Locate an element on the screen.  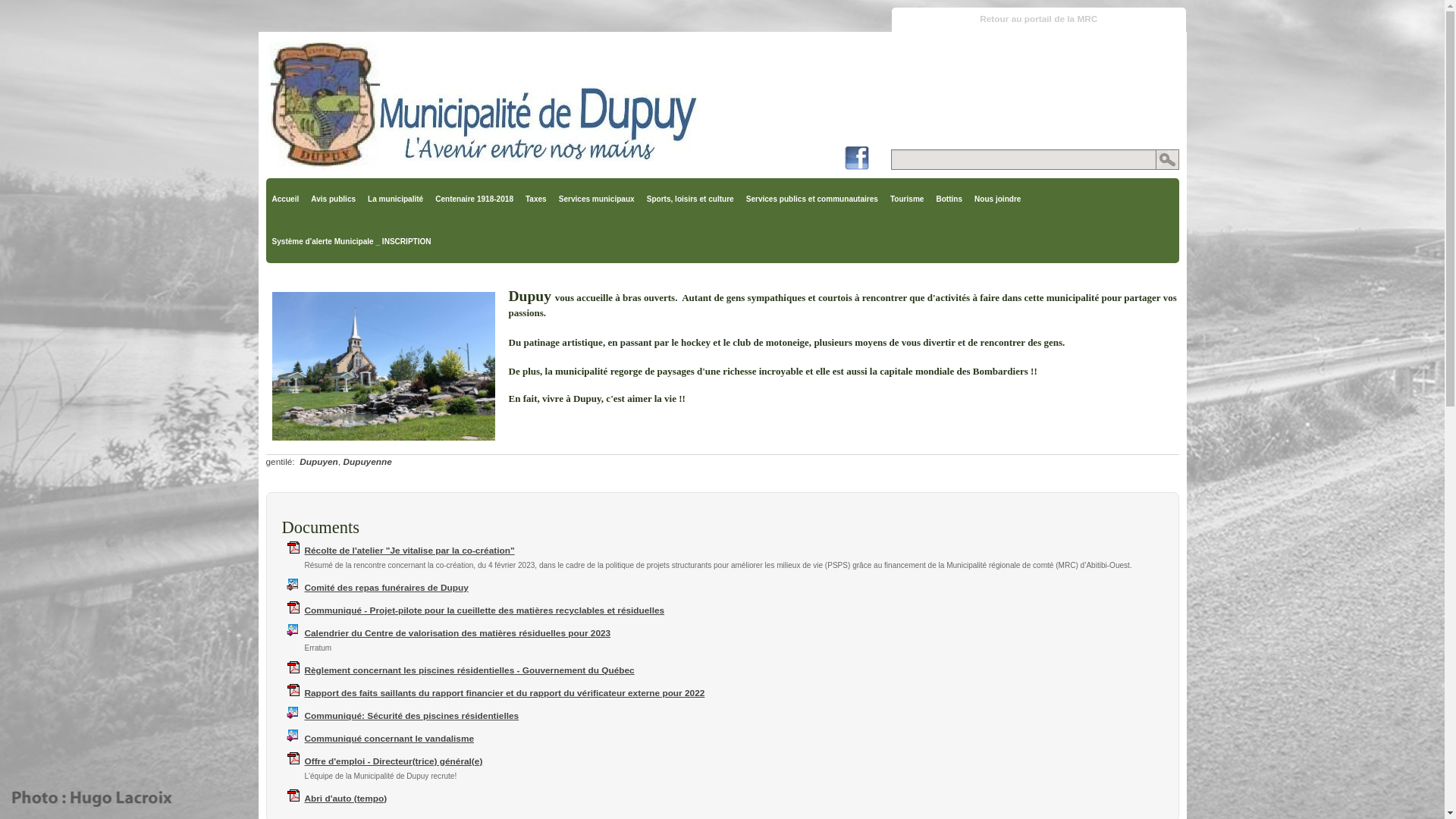
'Services municipaux' is located at coordinates (552, 198).